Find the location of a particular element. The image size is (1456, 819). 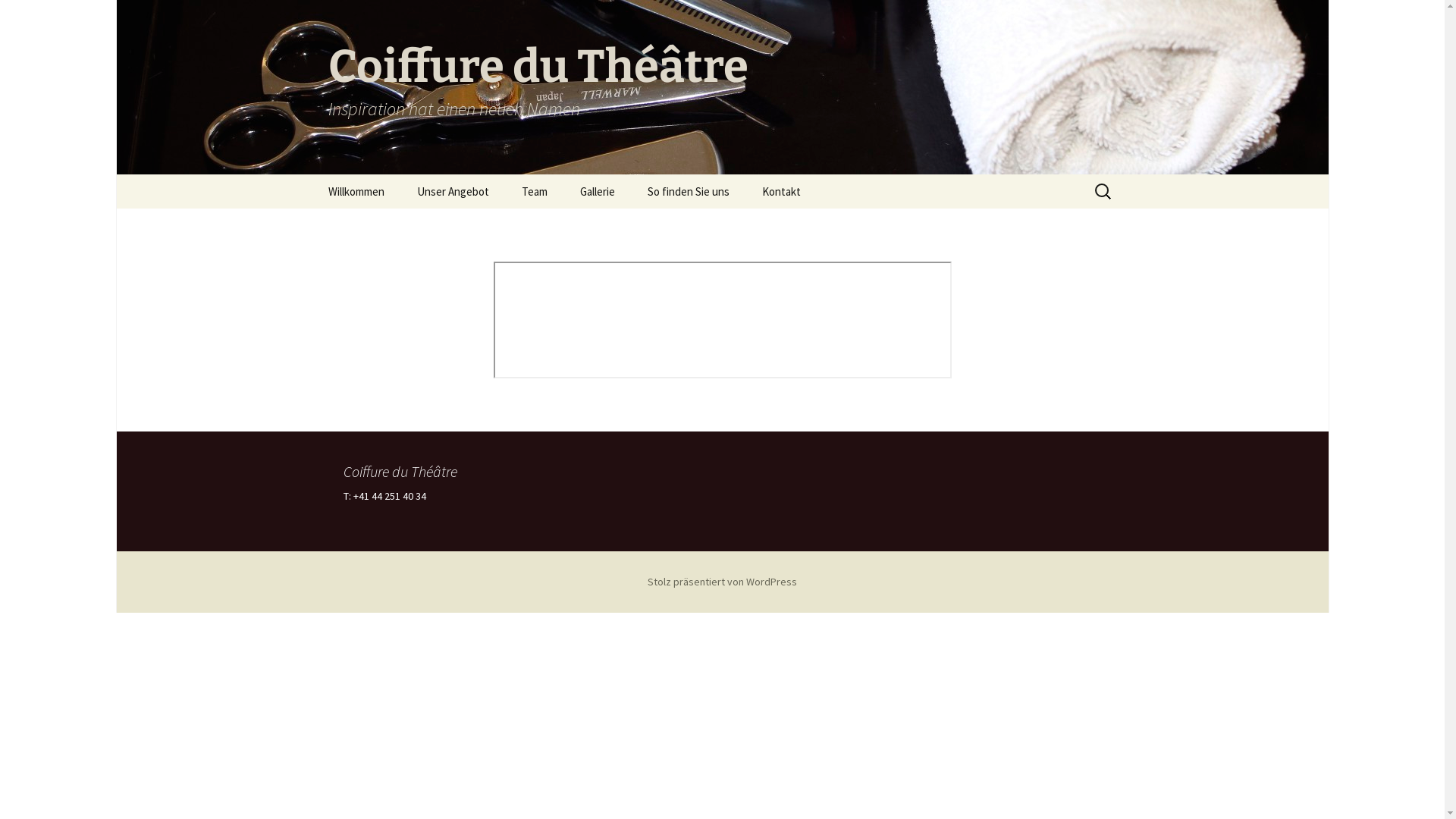

'Suche' is located at coordinates (18, 17).